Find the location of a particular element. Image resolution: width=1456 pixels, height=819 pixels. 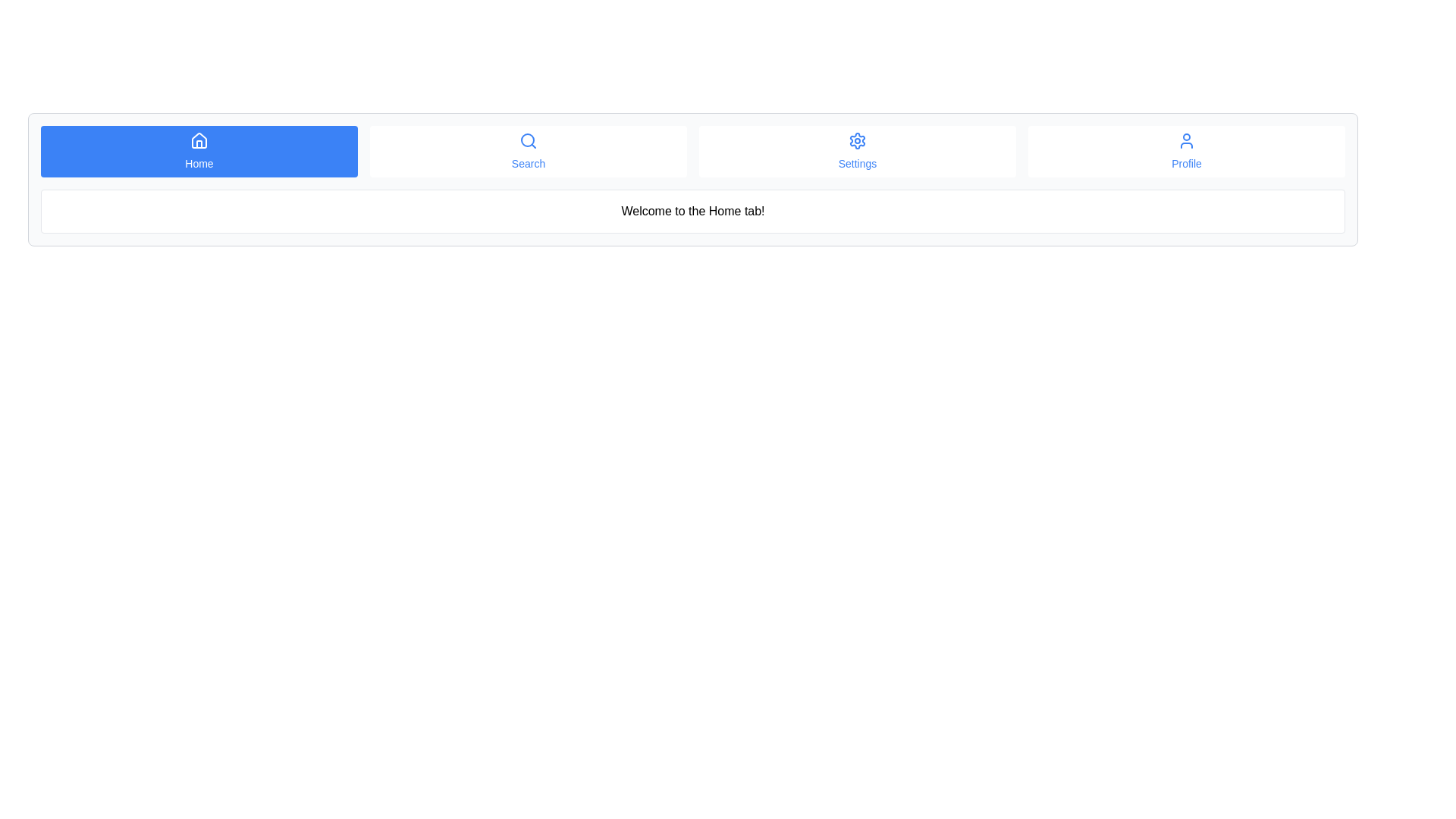

the search button located second from the left in the horizontal navigation bar is located at coordinates (528, 152).